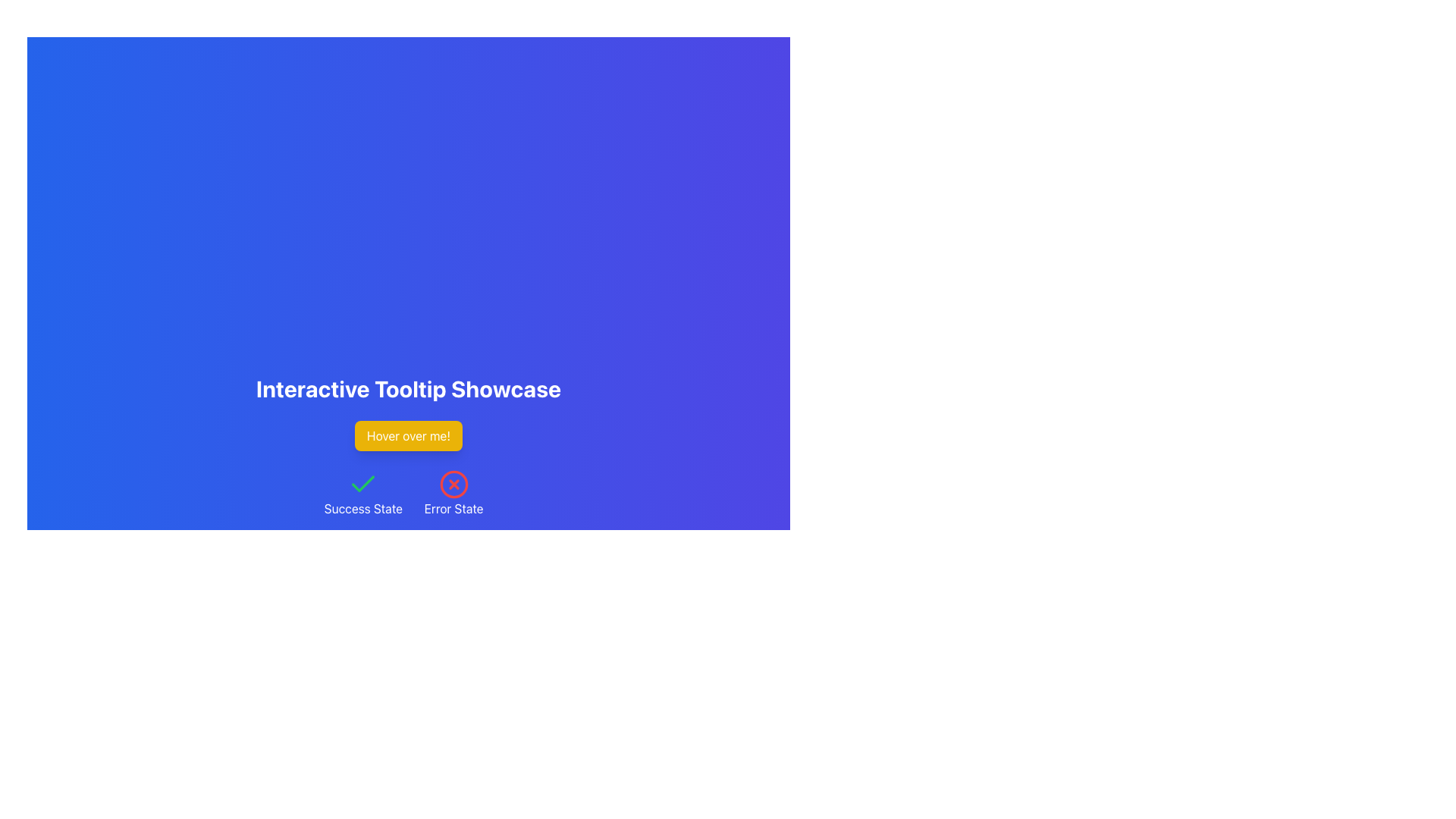 The width and height of the screenshot is (1456, 819). Describe the element at coordinates (408, 435) in the screenshot. I see `the rounded rectangular button labeled 'Hover over me!' with a vibrant yellow background to trigger a tooltip or visual change` at that location.